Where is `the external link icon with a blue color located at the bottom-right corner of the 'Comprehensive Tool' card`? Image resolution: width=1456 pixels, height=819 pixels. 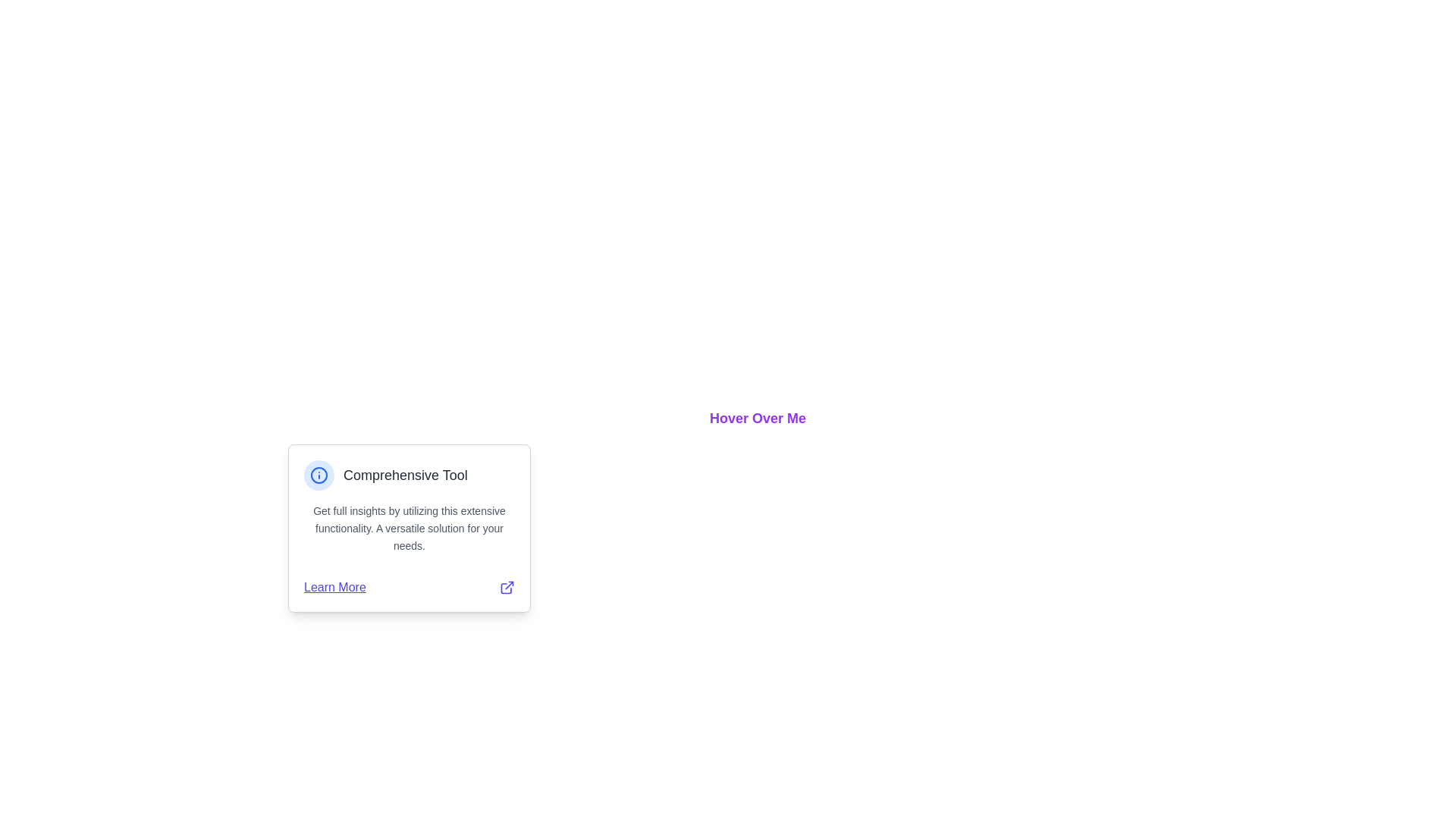
the external link icon with a blue color located at the bottom-right corner of the 'Comprehensive Tool' card is located at coordinates (507, 587).